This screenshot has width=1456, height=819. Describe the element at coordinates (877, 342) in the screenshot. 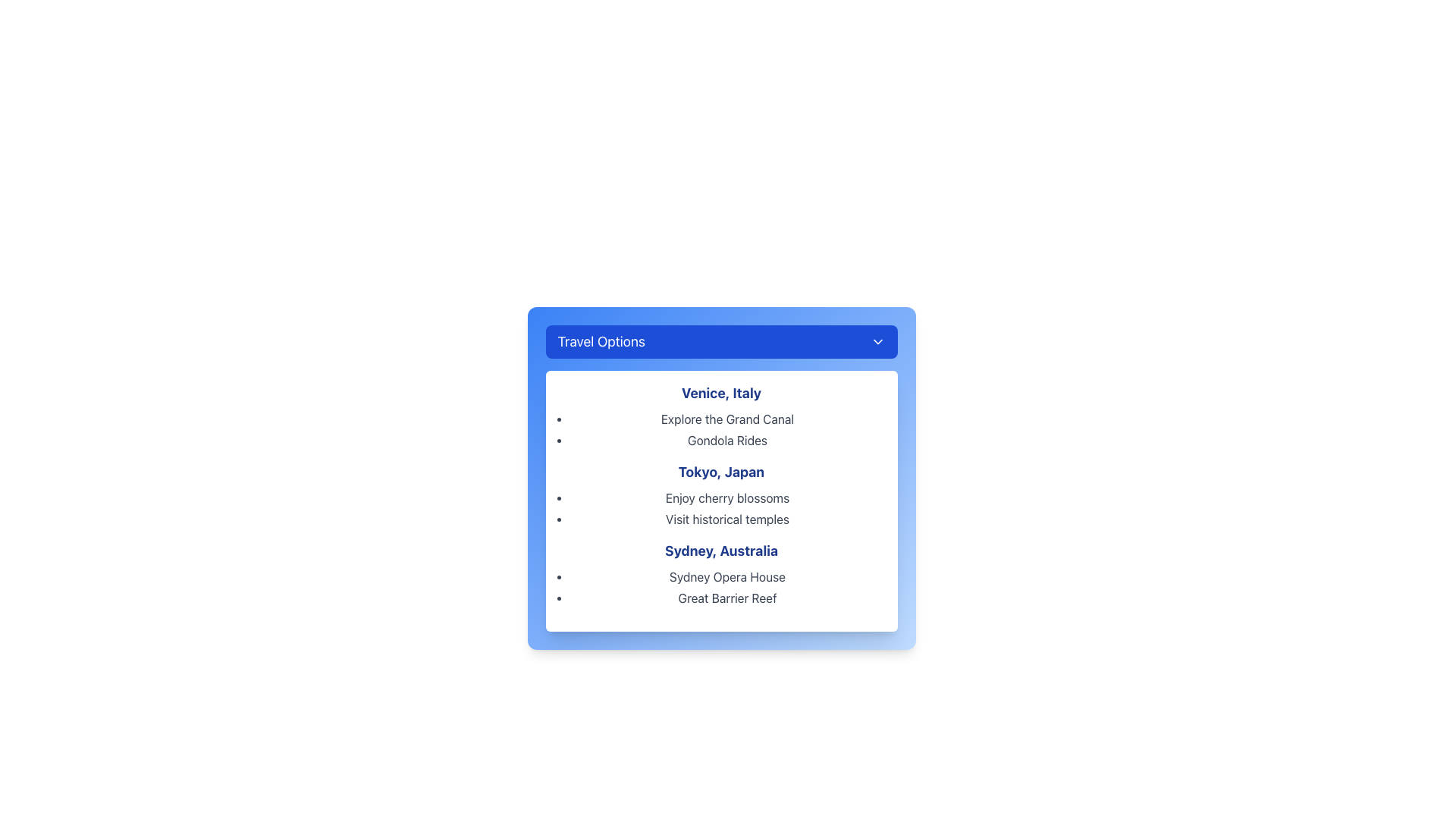

I see `the dropdown icon next to the 'Travel Options' button` at that location.